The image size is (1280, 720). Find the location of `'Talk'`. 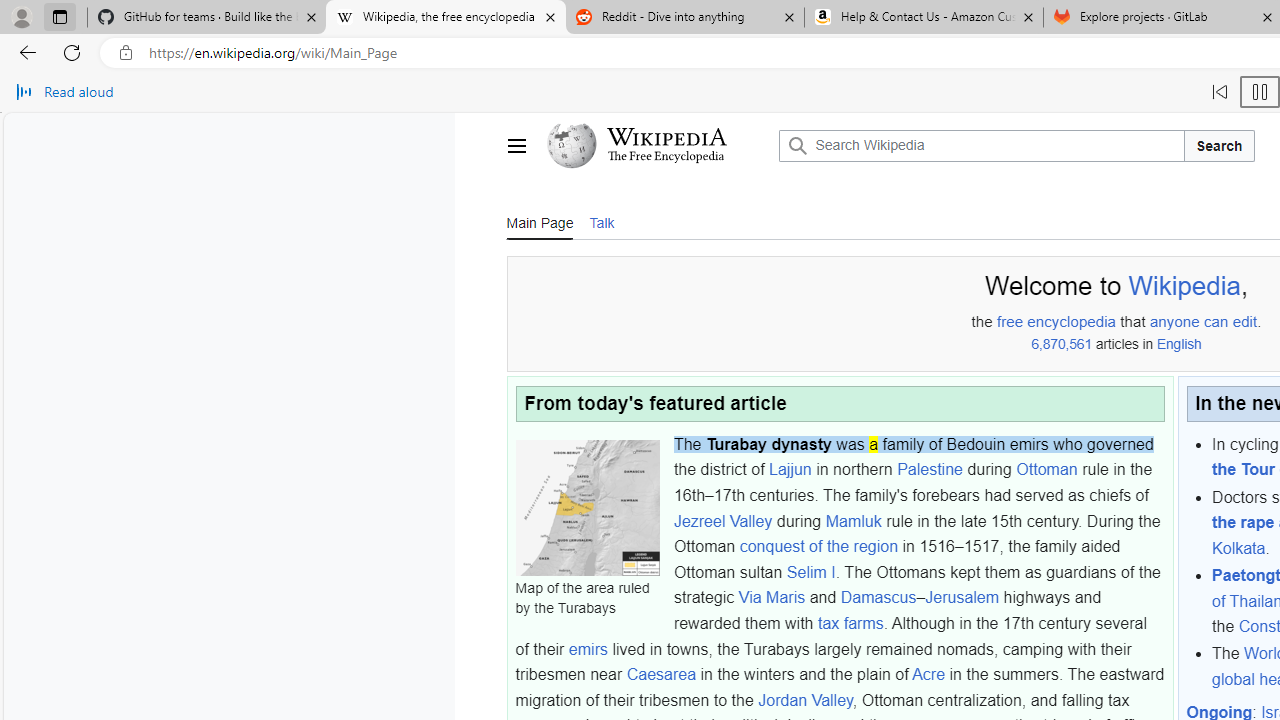

'Talk' is located at coordinates (600, 221).